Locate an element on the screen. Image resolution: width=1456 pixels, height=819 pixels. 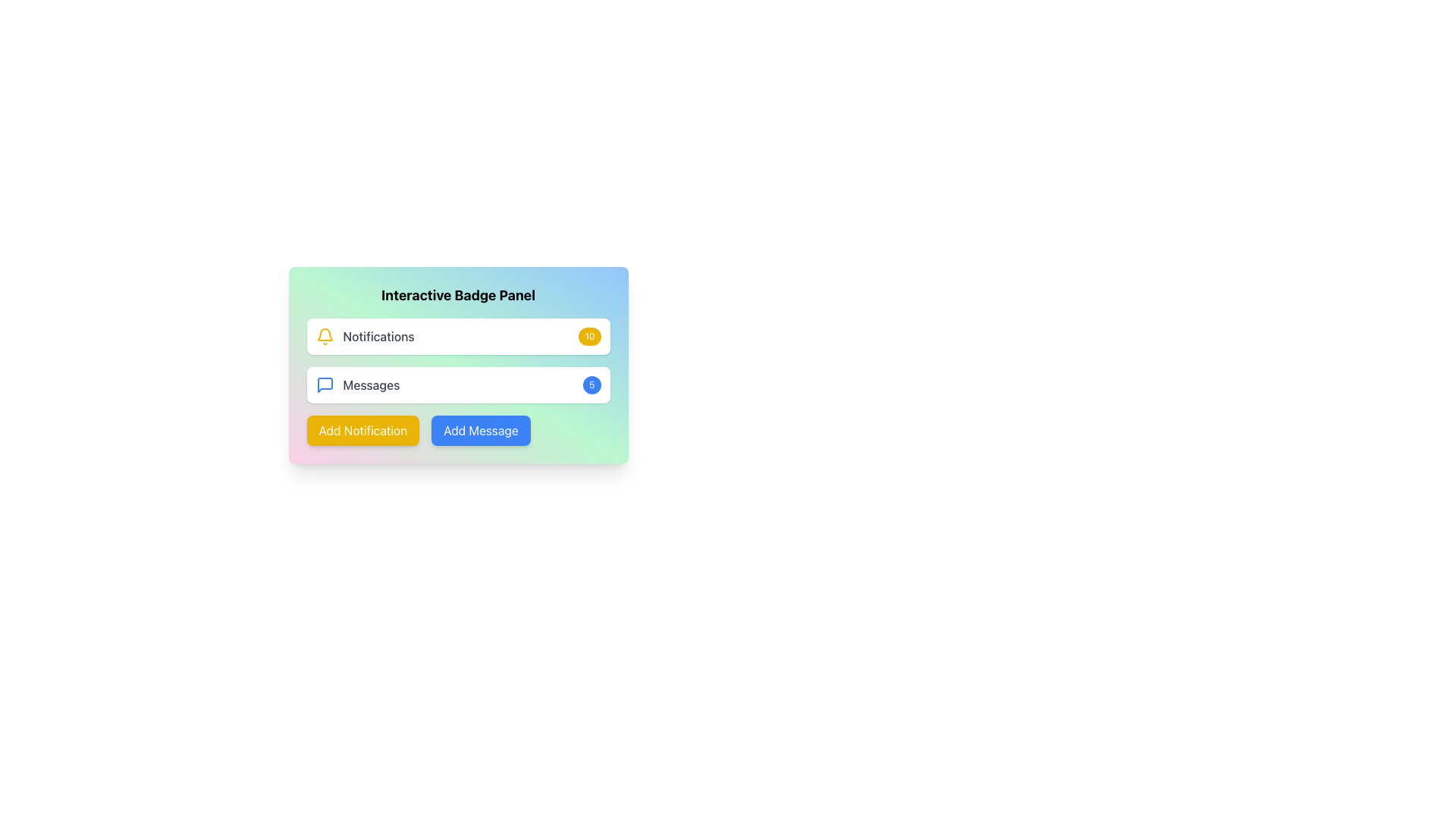
the circular badge with a yellow background and white text displaying '10', located at the right end of the row labeled 'Notifications' is located at coordinates (588, 335).